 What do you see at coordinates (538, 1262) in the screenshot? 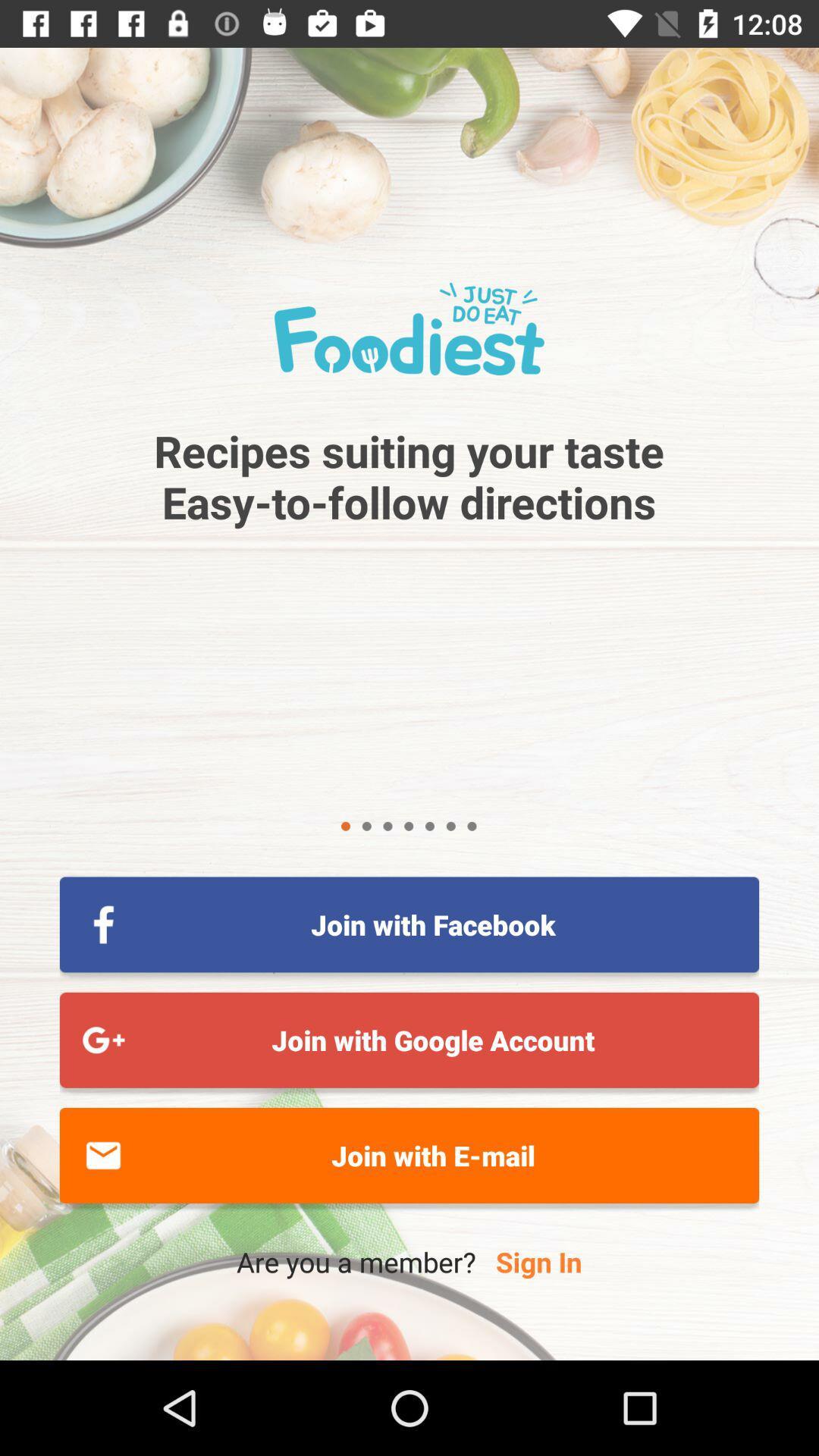
I see `item below the join with e` at bounding box center [538, 1262].